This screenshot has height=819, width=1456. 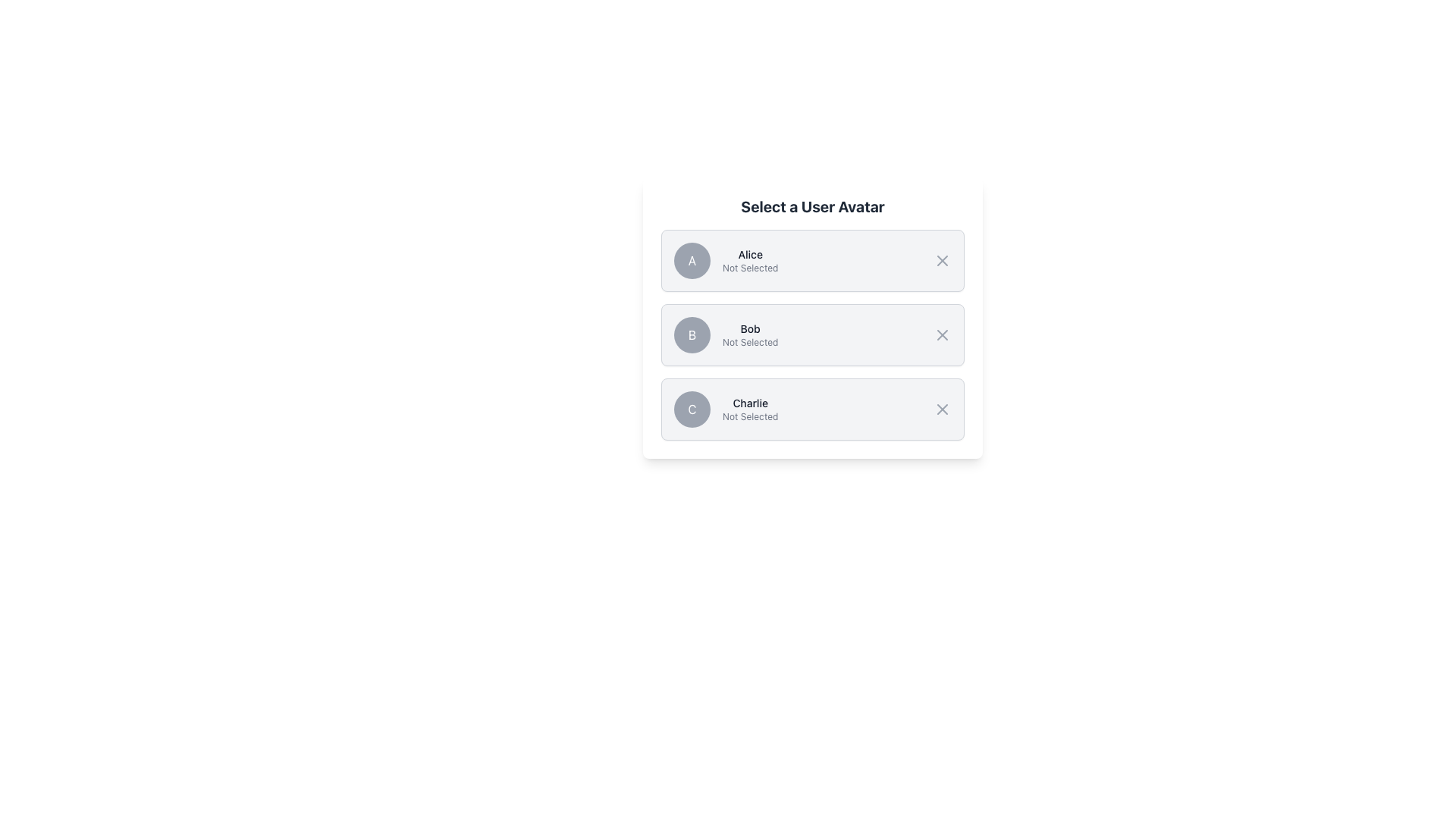 What do you see at coordinates (750, 334) in the screenshot?
I see `the profile component displaying 'Bob' and status 'Not Selected'` at bounding box center [750, 334].